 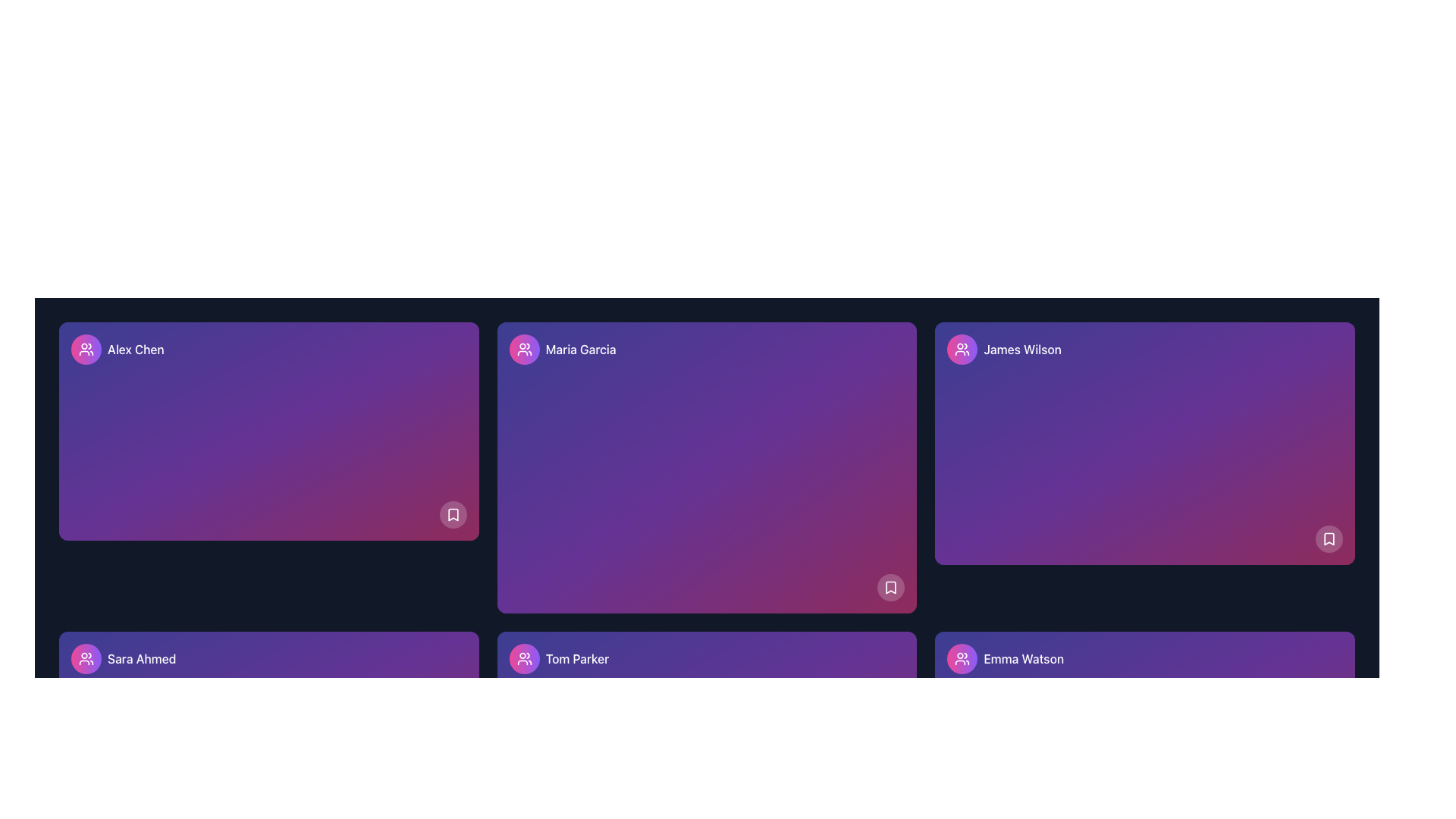 What do you see at coordinates (452, 513) in the screenshot?
I see `the bookmark button located` at bounding box center [452, 513].